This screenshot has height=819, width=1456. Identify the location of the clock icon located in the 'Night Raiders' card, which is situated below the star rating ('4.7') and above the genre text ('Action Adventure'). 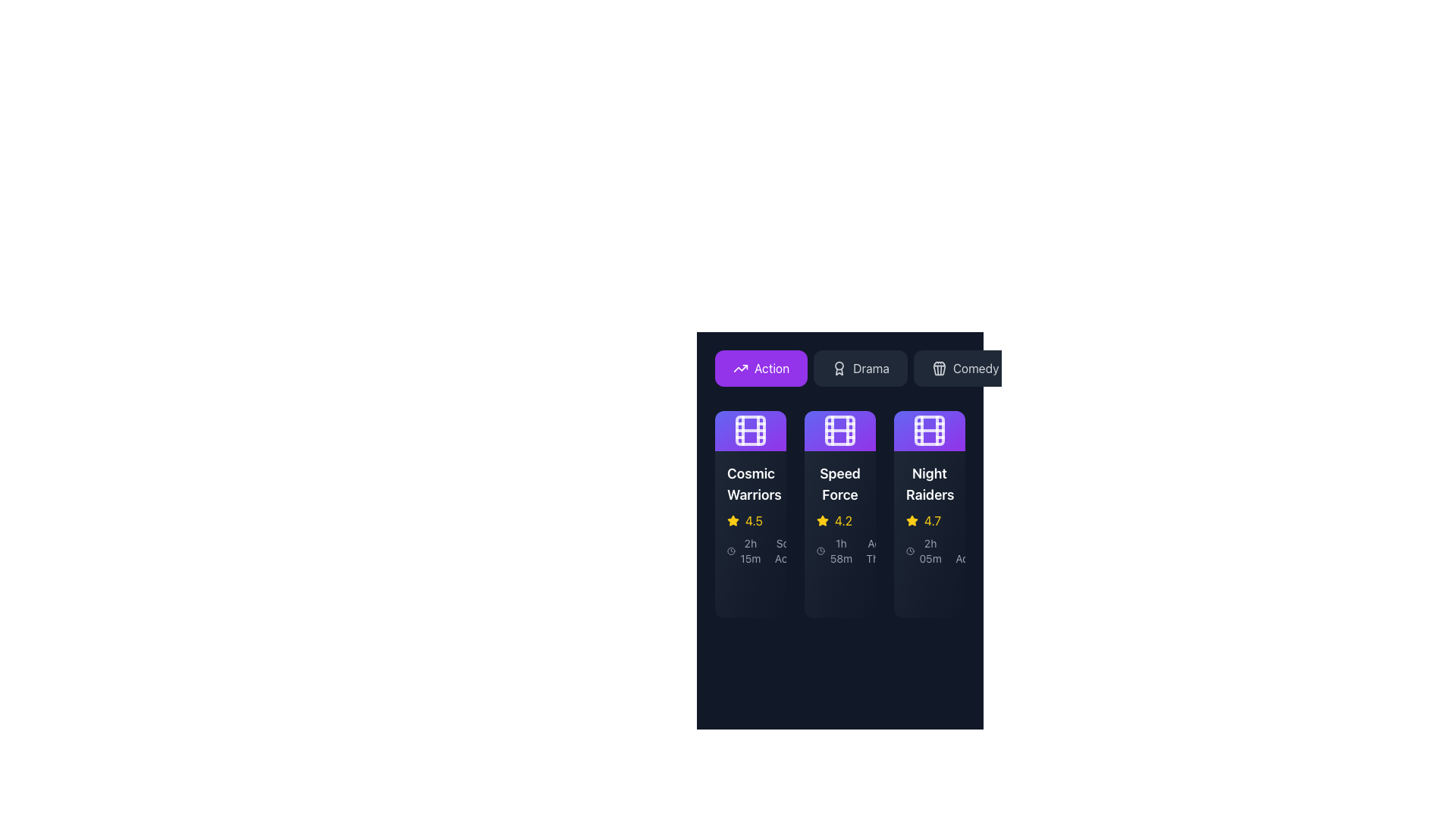
(928, 550).